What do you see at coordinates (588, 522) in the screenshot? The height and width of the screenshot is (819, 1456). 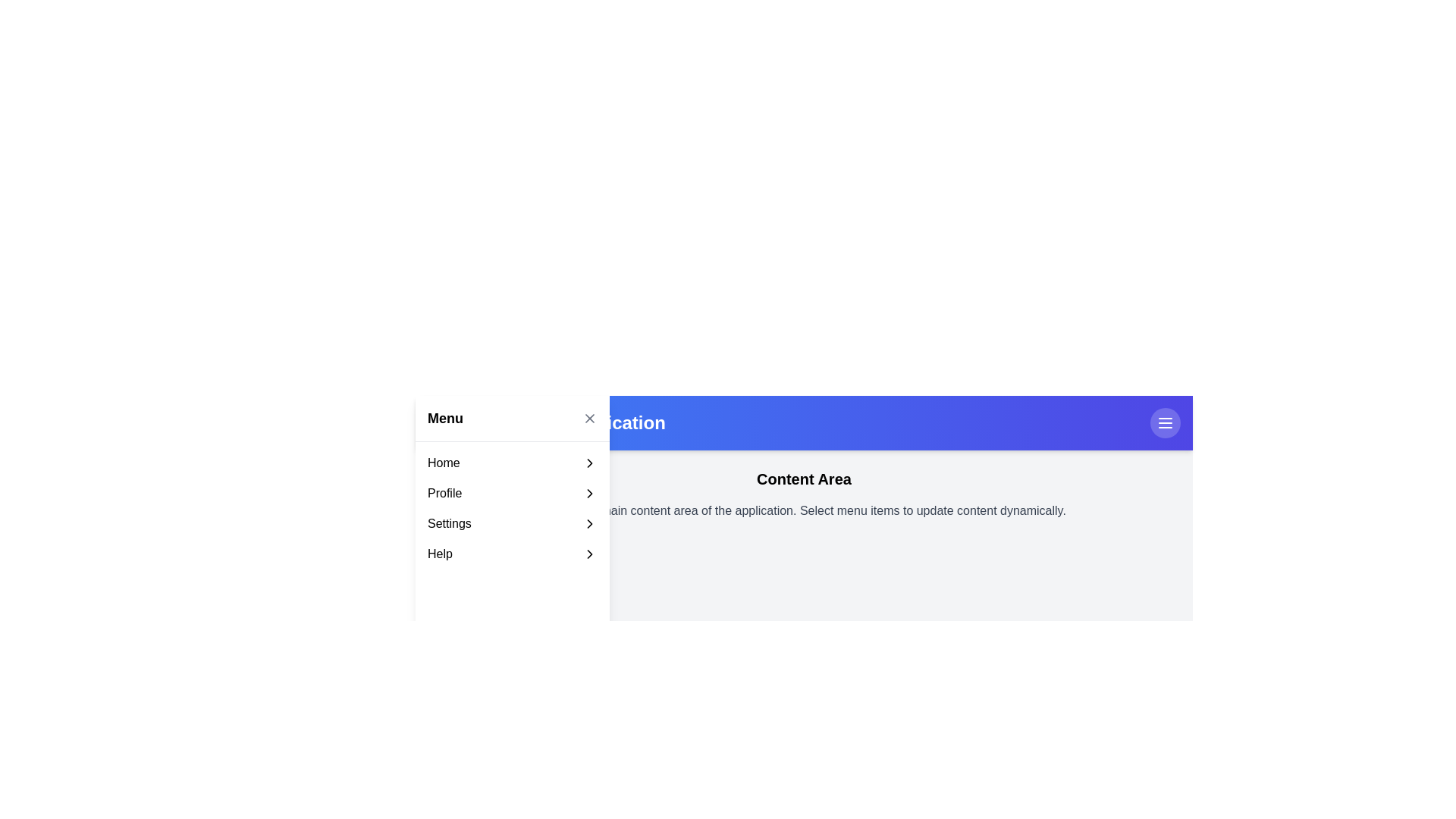 I see `the interactive icon located in the menu section, adjacent to the 'Settings' menu item` at bounding box center [588, 522].